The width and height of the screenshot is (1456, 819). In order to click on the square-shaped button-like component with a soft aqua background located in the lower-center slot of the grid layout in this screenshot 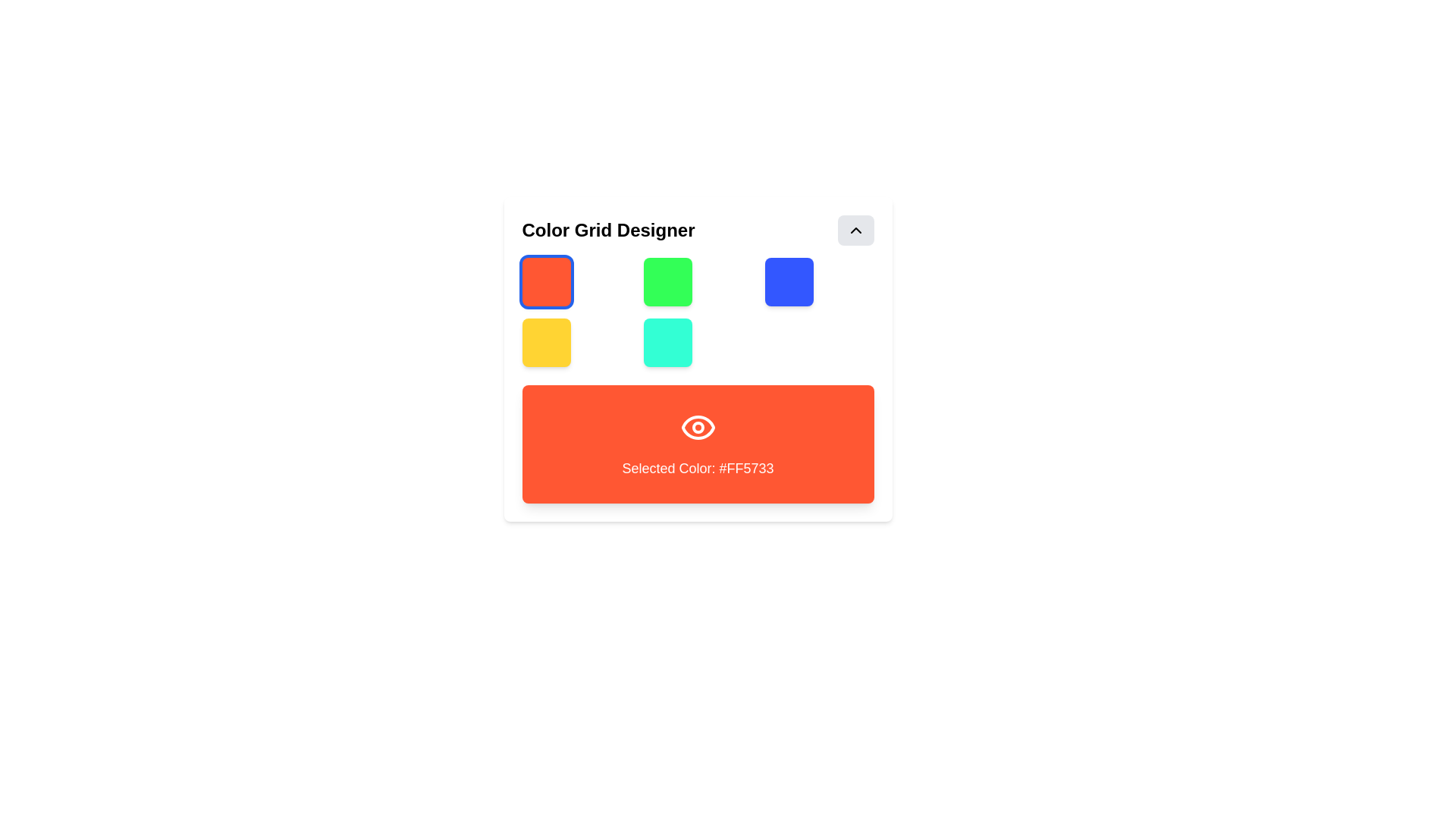, I will do `click(667, 342)`.